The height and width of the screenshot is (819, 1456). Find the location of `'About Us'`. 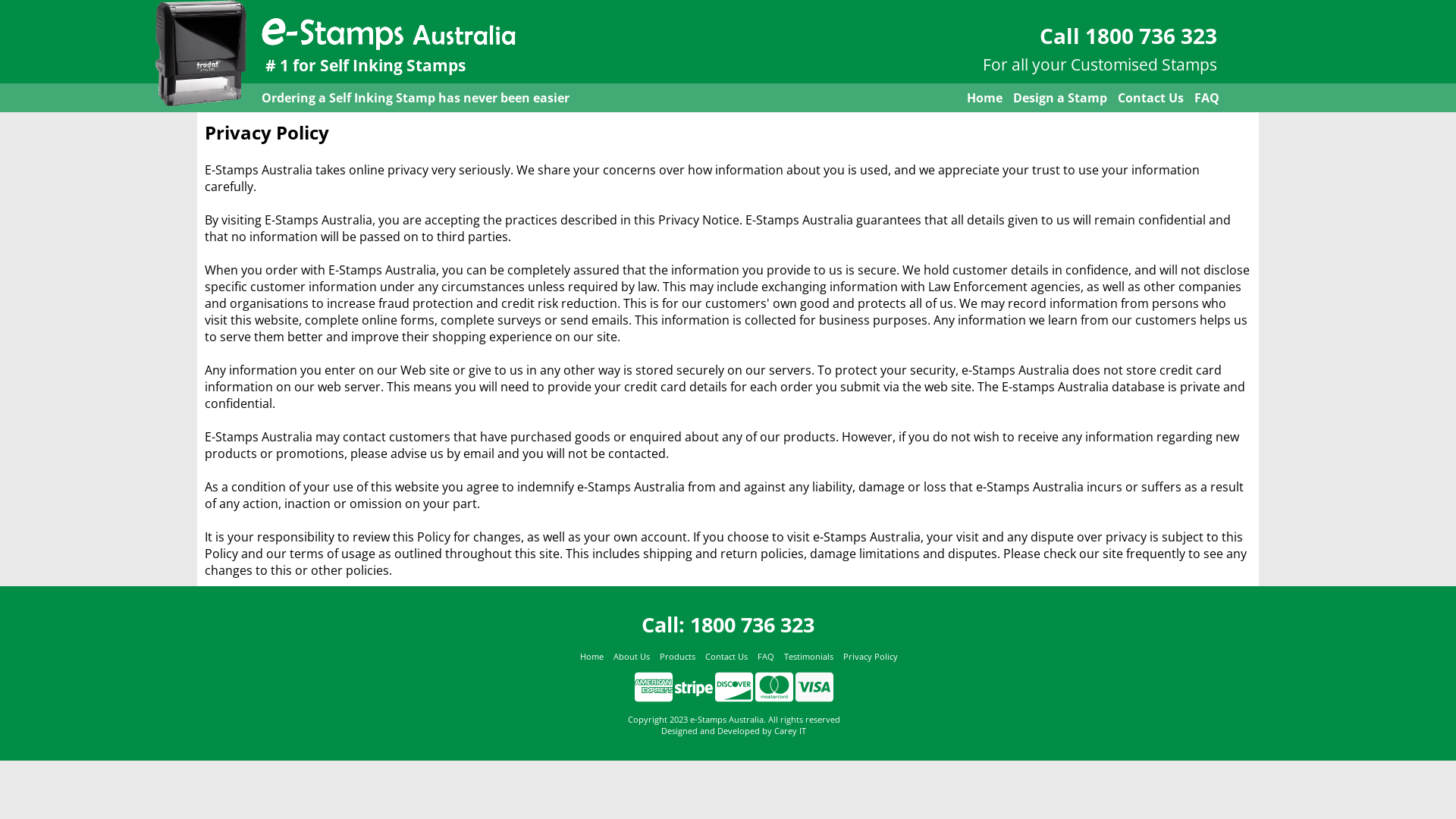

'About Us' is located at coordinates (630, 656).